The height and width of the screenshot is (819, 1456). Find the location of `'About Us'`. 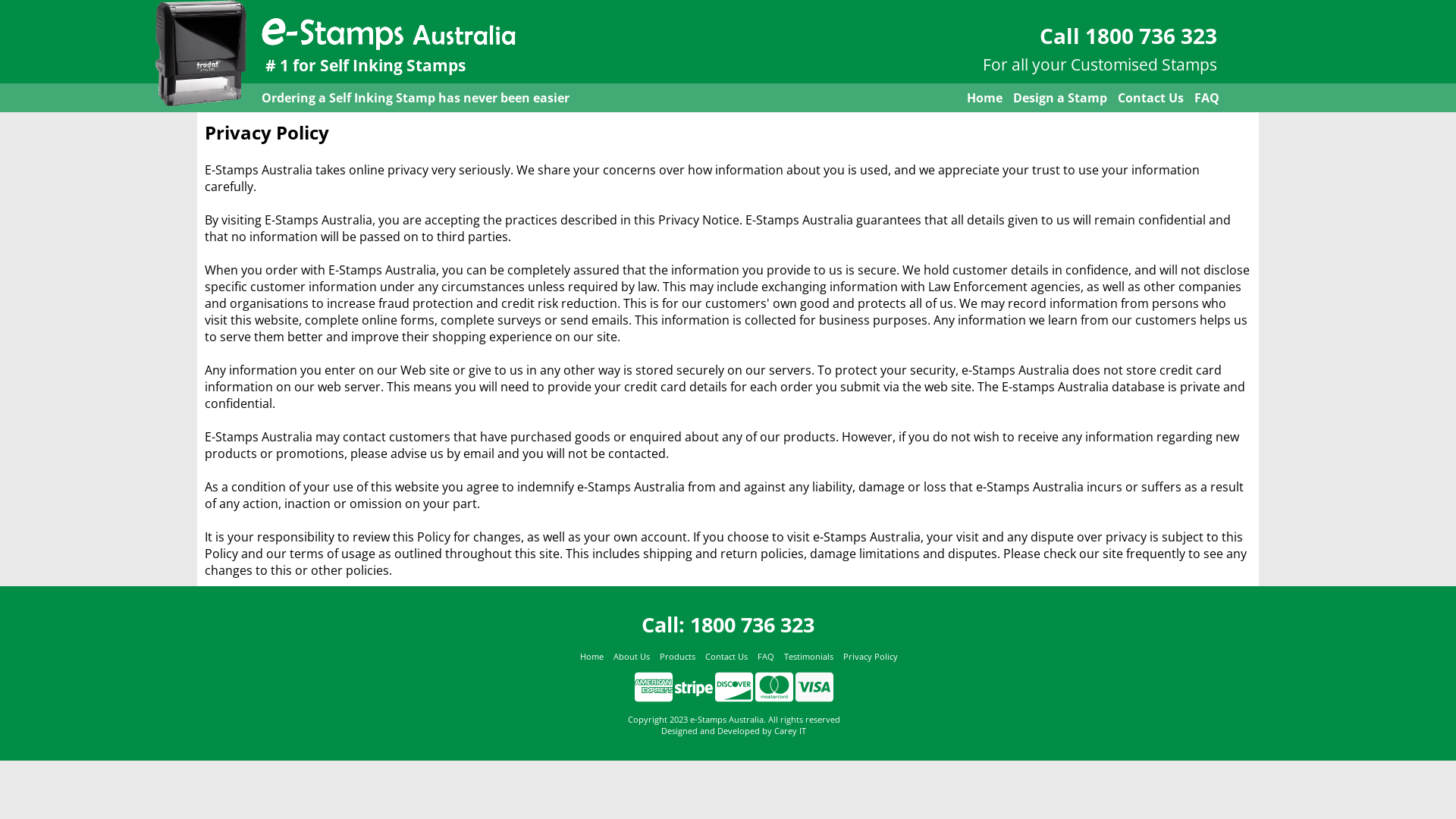

'About Us' is located at coordinates (630, 656).